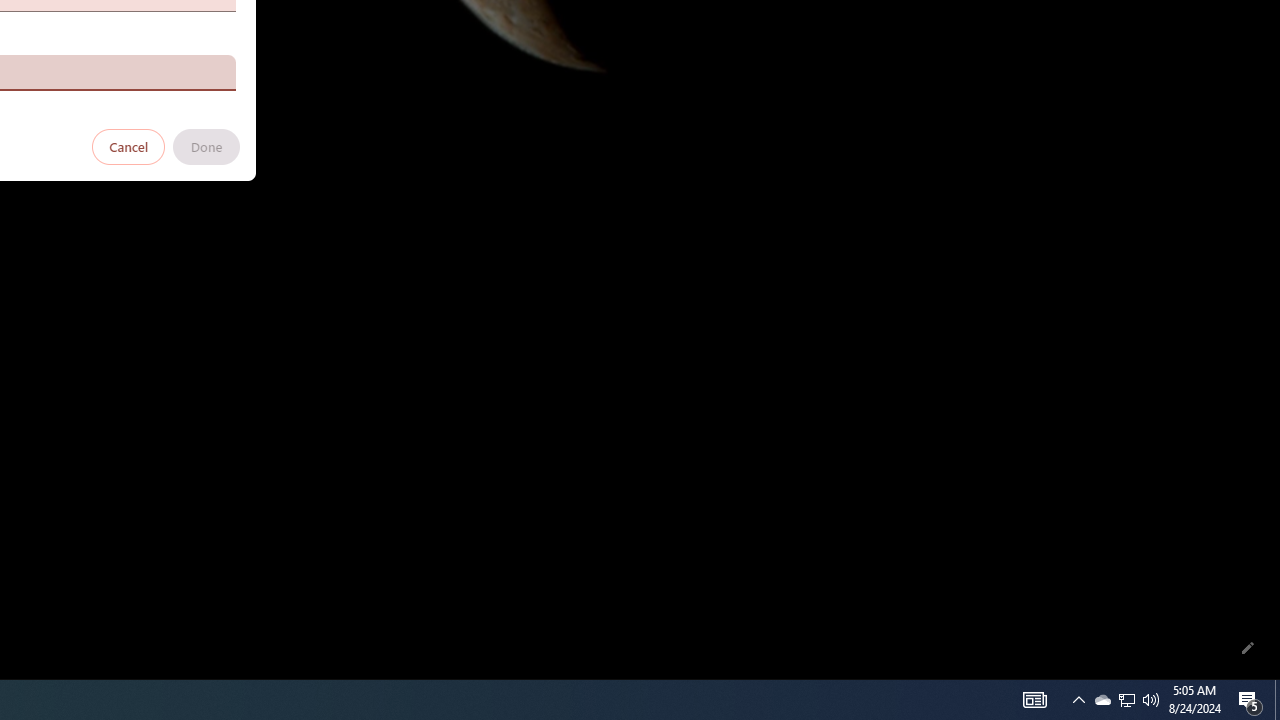 The height and width of the screenshot is (720, 1280). I want to click on 'Cancel', so click(128, 145).